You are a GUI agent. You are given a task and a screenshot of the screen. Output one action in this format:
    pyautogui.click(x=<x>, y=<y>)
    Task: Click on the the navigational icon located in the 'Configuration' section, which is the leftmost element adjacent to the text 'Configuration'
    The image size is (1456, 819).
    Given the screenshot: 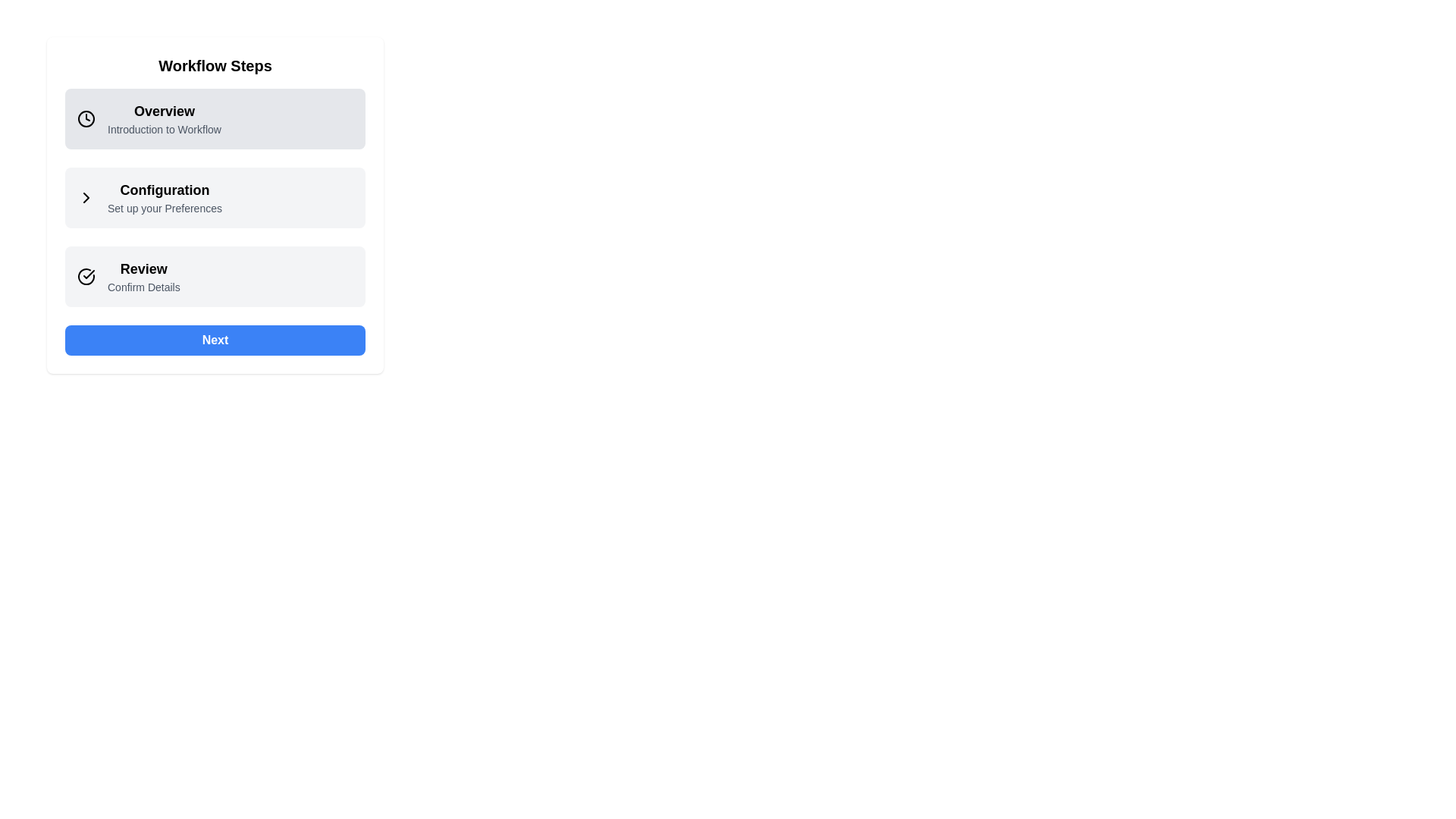 What is the action you would take?
    pyautogui.click(x=91, y=197)
    